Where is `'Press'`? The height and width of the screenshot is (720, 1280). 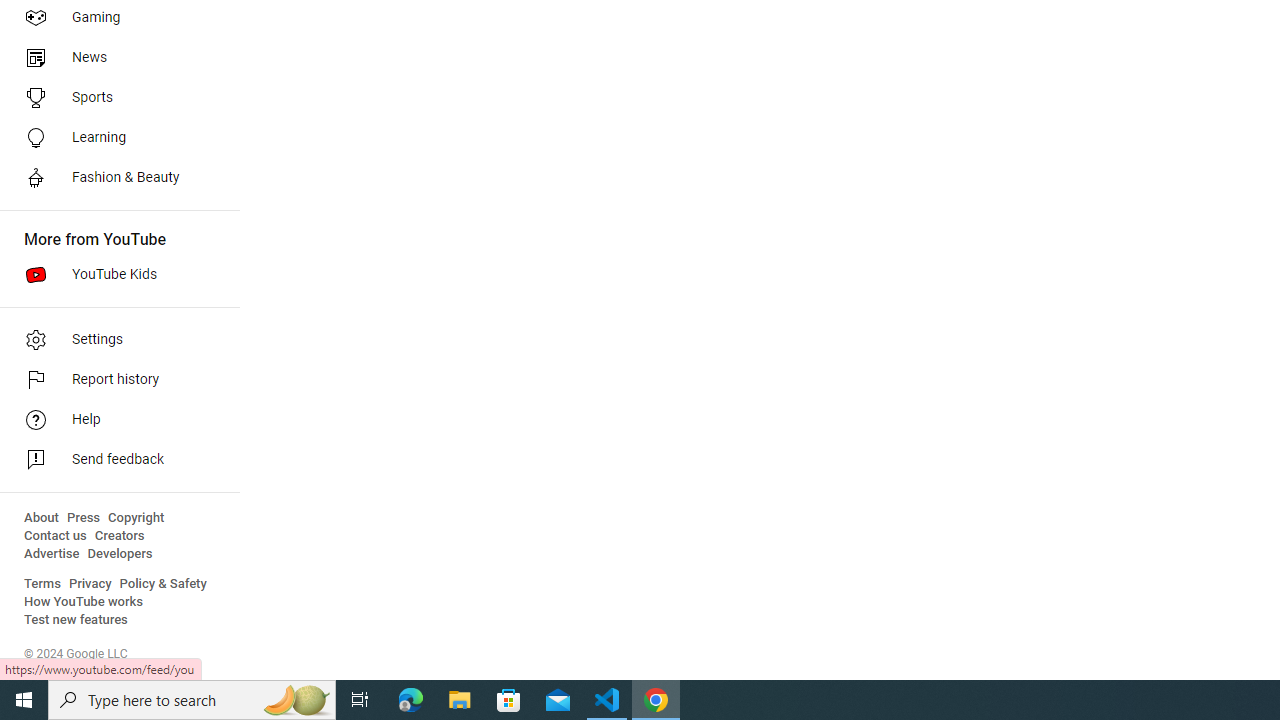 'Press' is located at coordinates (82, 517).